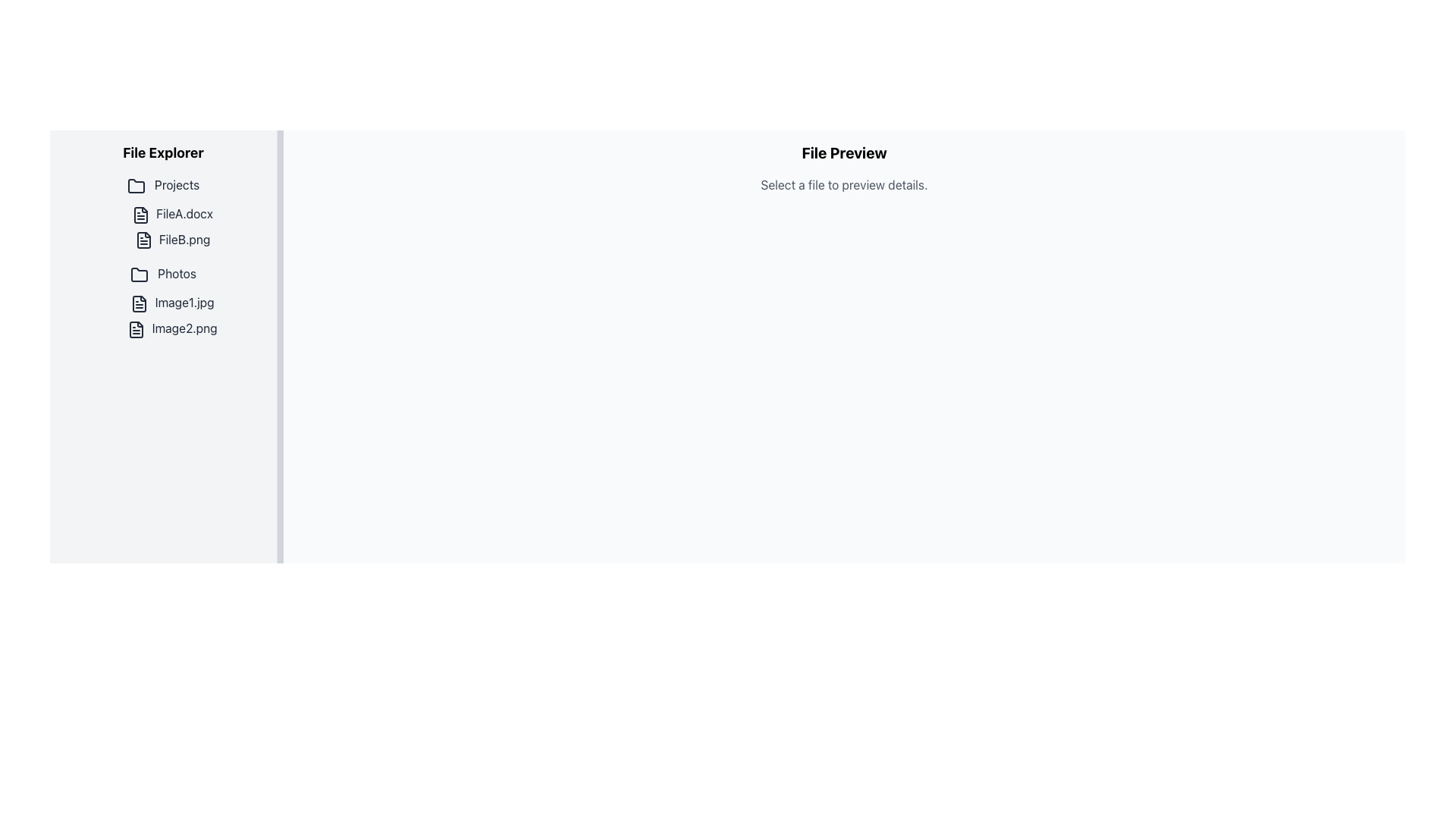 The image size is (1456, 819). I want to click on the list item labeled 'Image1.jpg' with a file icon, so click(172, 303).